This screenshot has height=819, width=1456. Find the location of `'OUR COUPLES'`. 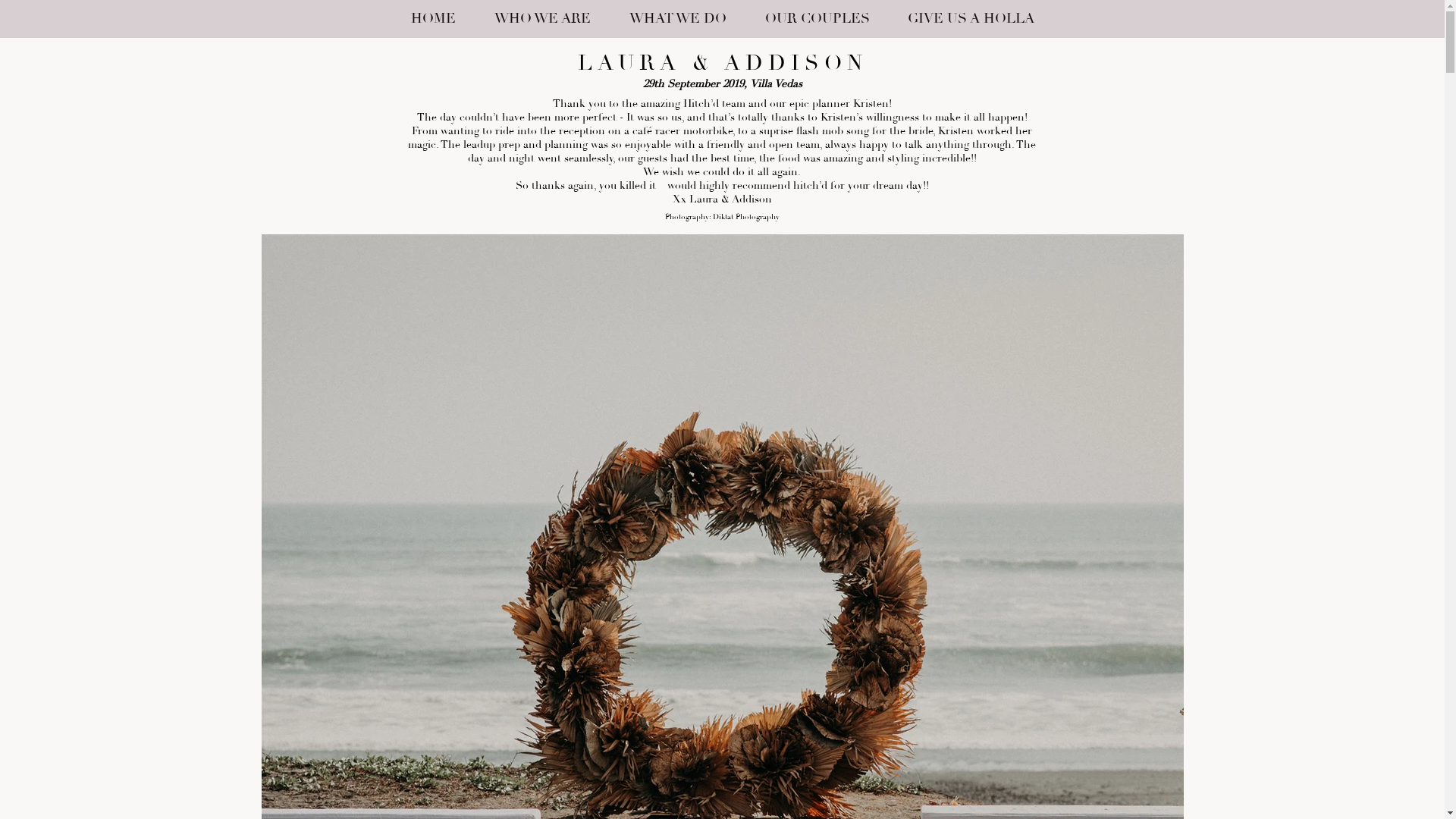

'OUR COUPLES' is located at coordinates (817, 18).